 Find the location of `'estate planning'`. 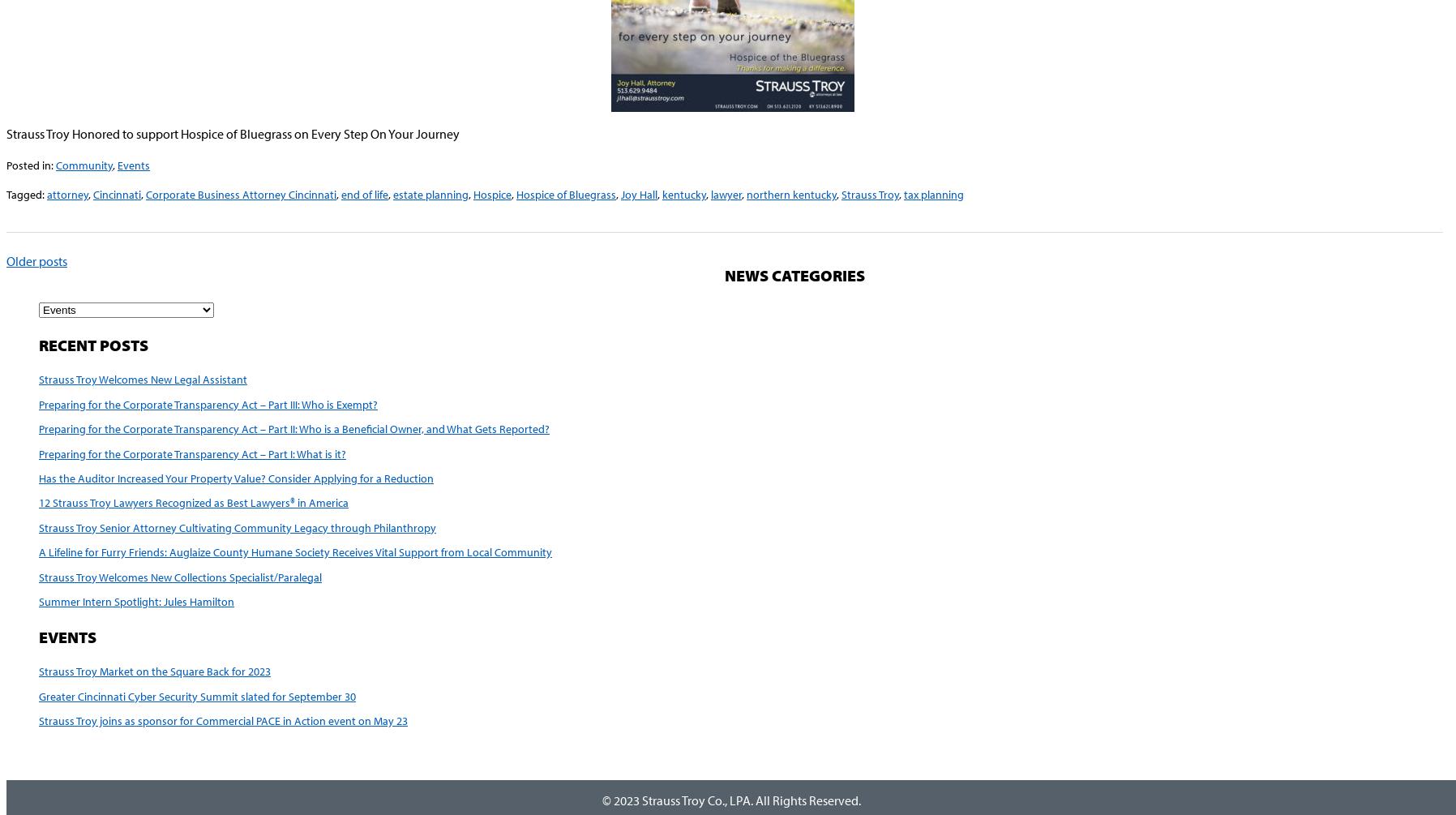

'estate planning' is located at coordinates (430, 193).